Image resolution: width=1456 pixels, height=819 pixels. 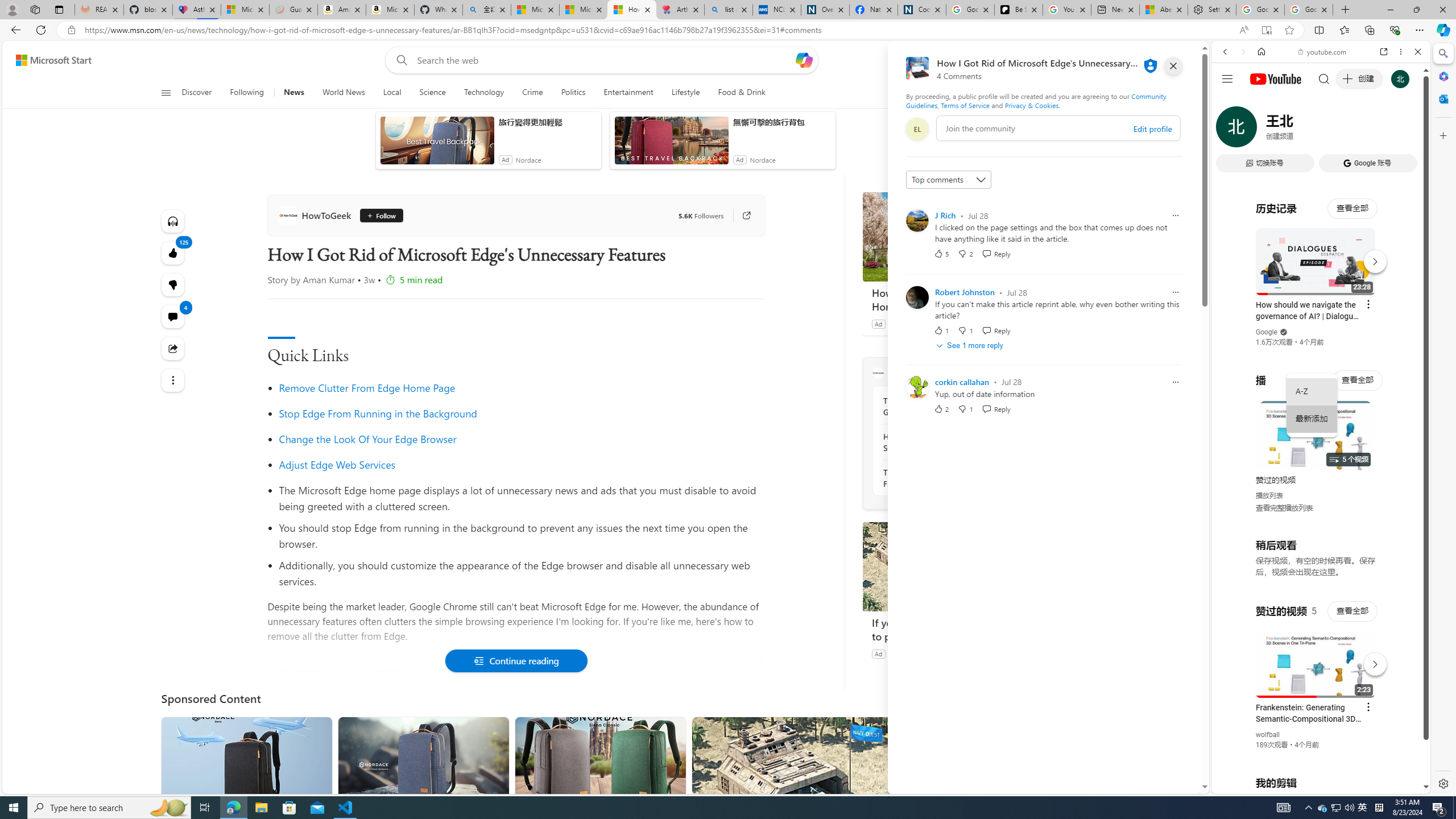 I want to click on 'Open link in new tab', so click(x=1384, y=51).